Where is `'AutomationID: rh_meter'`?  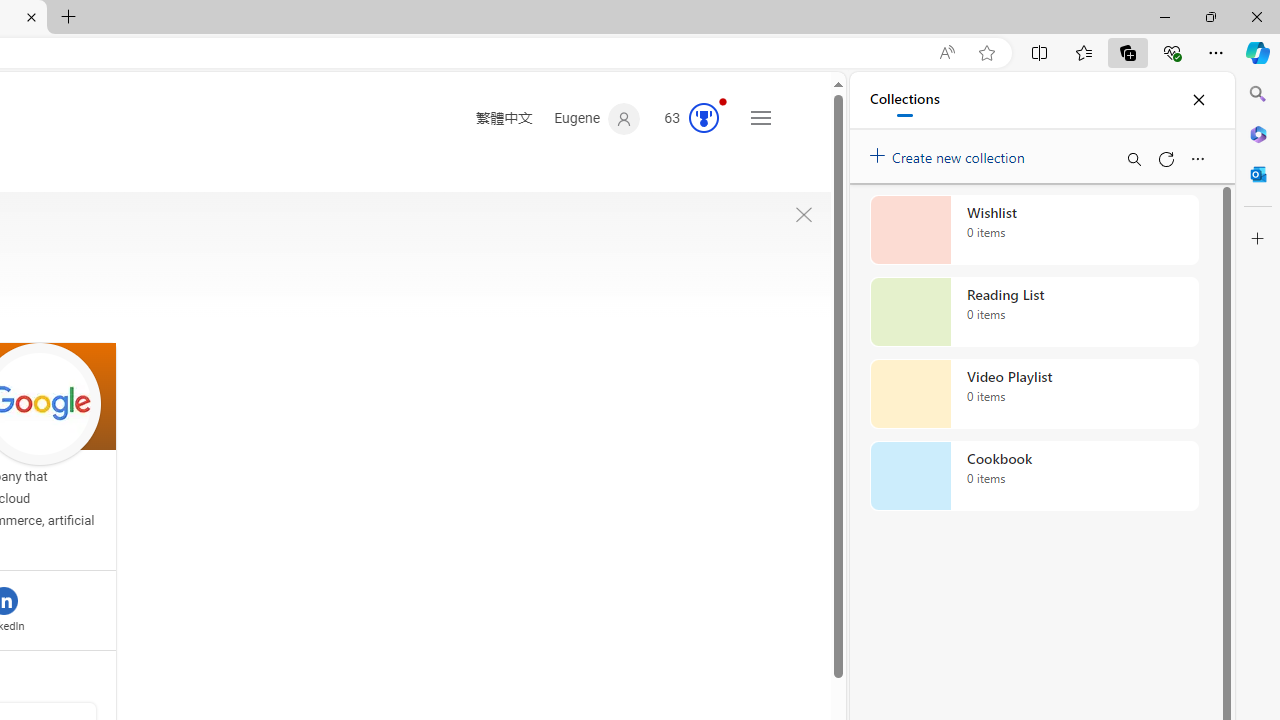
'AutomationID: rh_meter' is located at coordinates (704, 118).